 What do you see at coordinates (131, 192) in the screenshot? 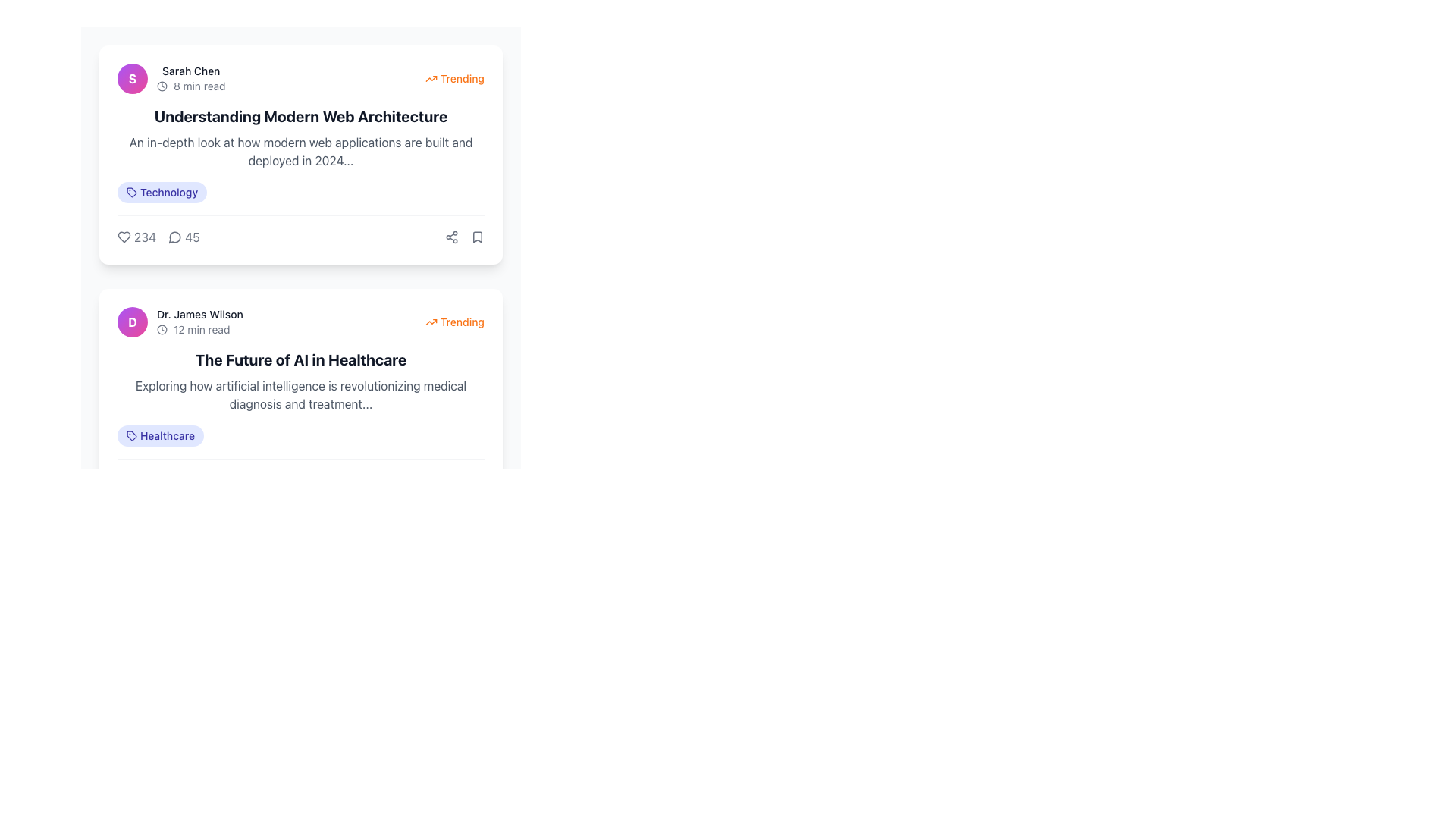
I see `the tag-like icon located to the left of the 'Technology' label in the top card of the interface` at bounding box center [131, 192].